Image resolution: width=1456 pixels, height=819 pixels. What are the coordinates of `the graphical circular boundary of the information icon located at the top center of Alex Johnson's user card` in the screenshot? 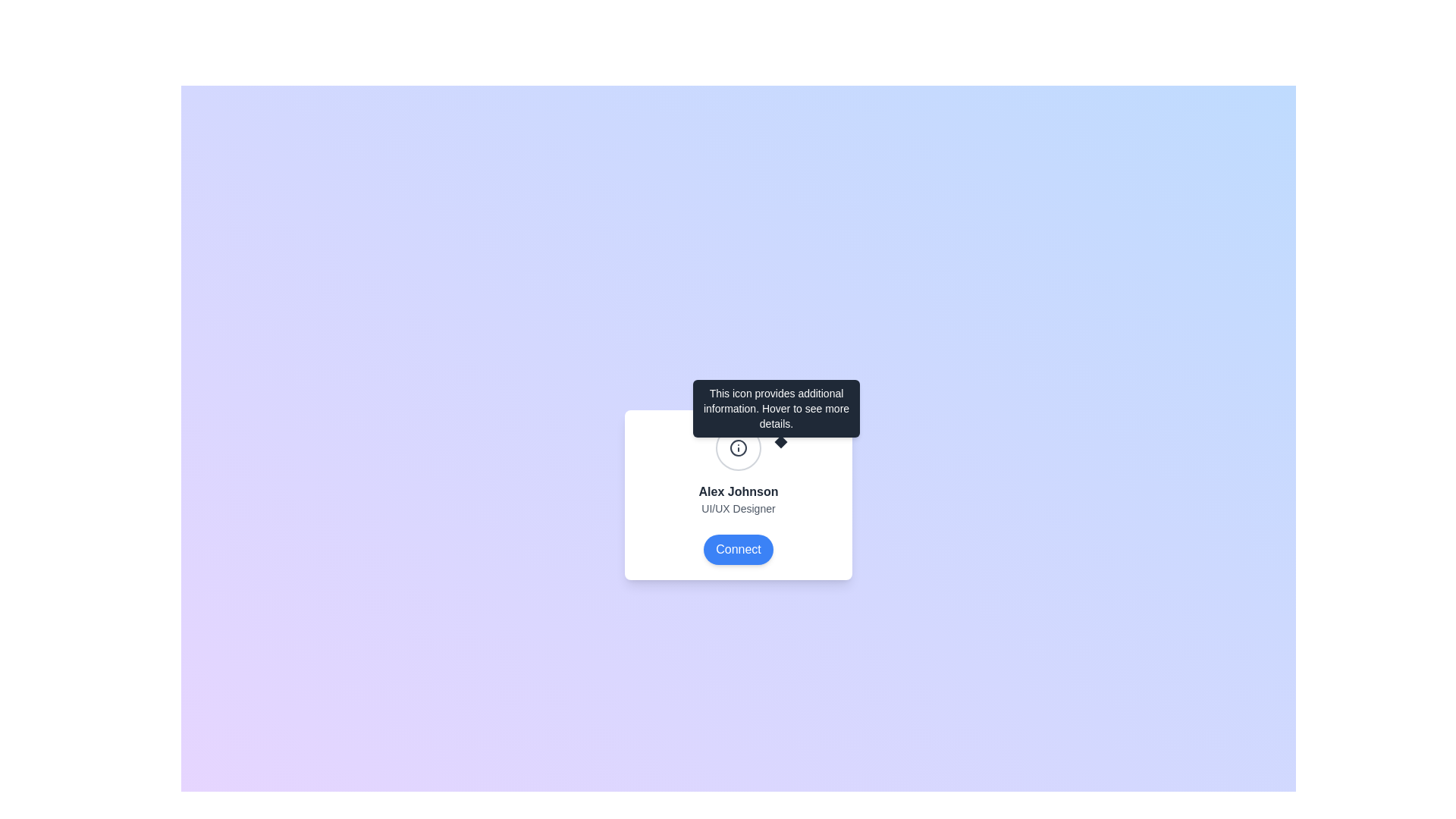 It's located at (739, 447).